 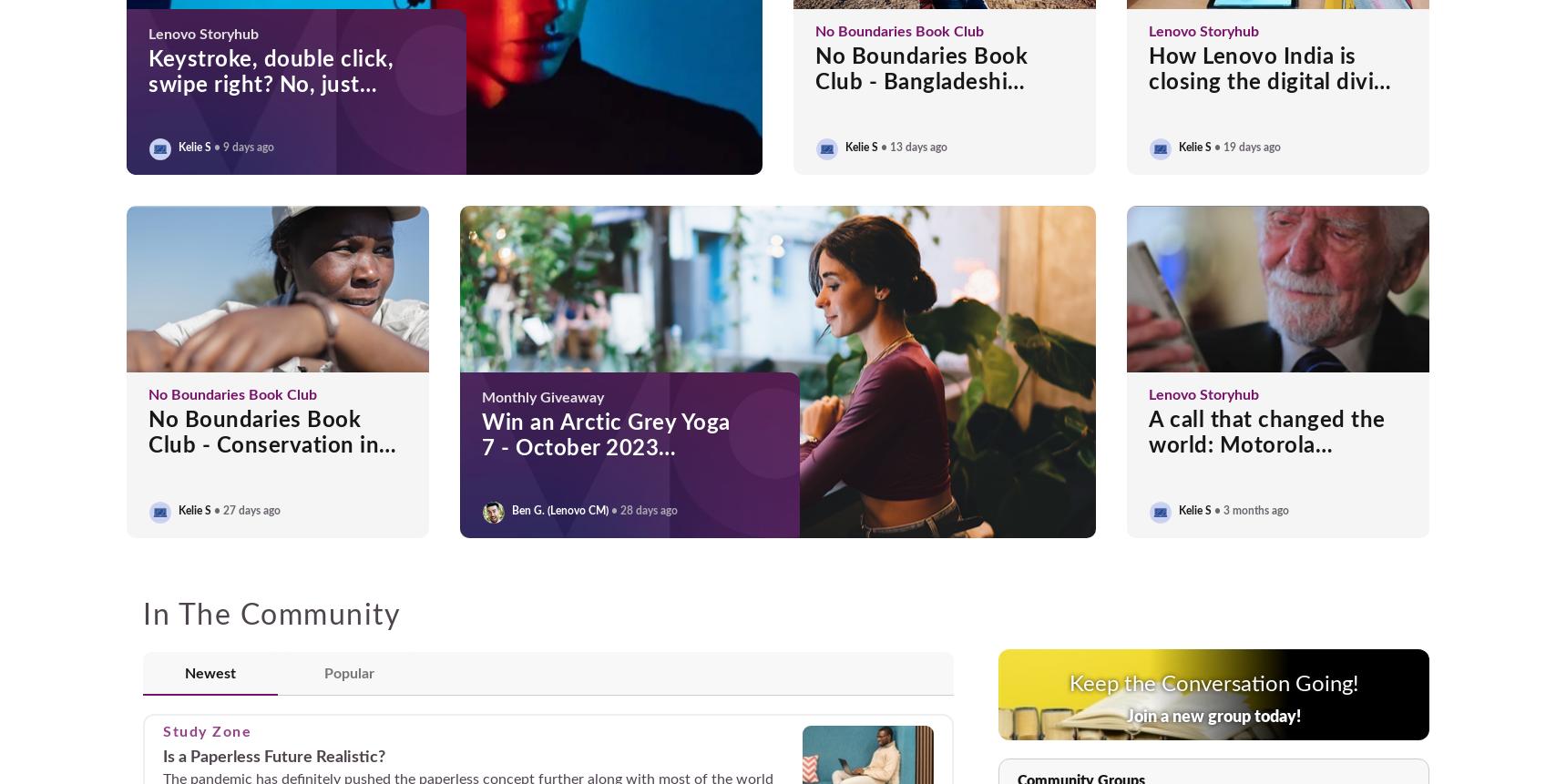 What do you see at coordinates (263, 457) in the screenshot?
I see `'No Boundaries Book Club - Conservation in Zimbabwe with Dr. Moreangels Mbizah'` at bounding box center [263, 457].